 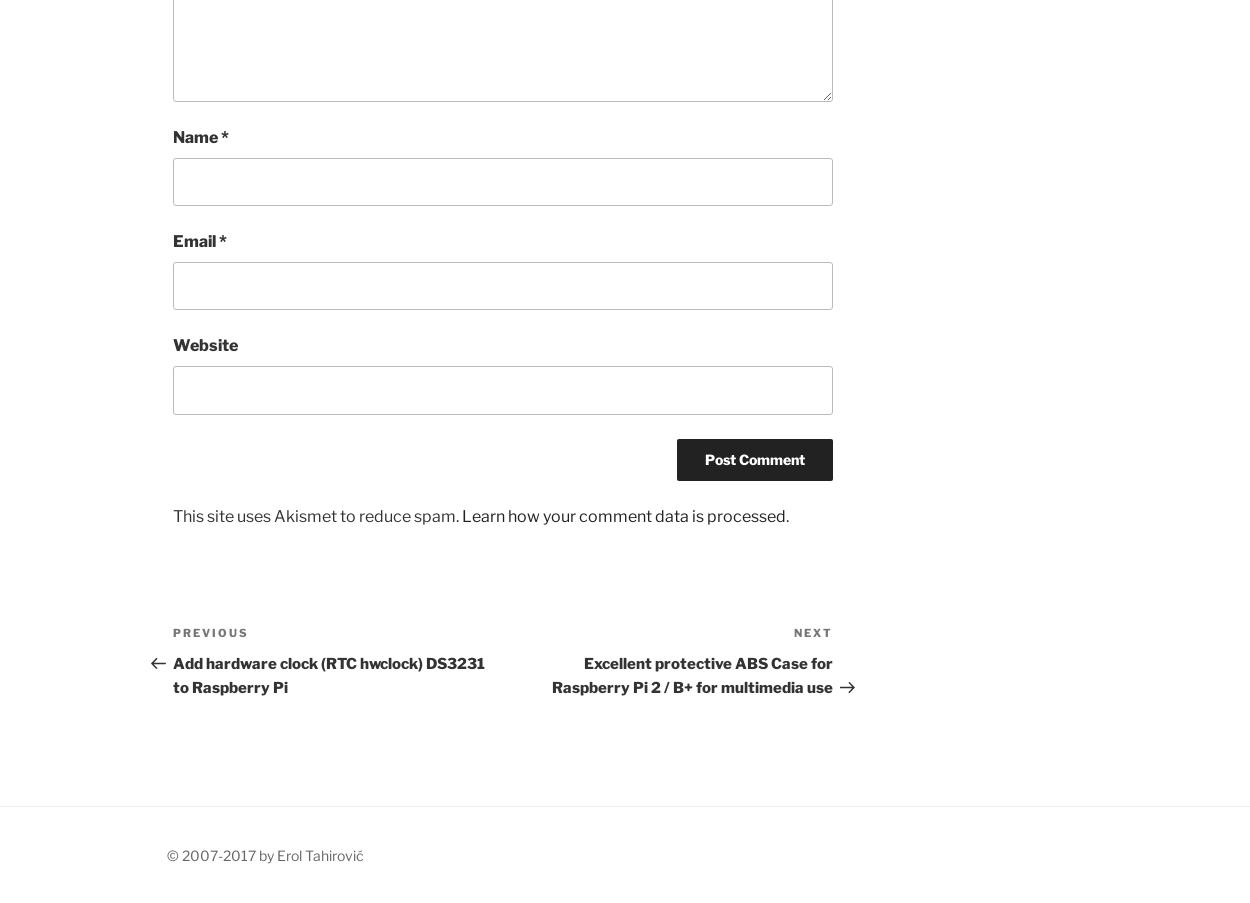 What do you see at coordinates (461, 515) in the screenshot?
I see `'Learn how your comment data is processed'` at bounding box center [461, 515].